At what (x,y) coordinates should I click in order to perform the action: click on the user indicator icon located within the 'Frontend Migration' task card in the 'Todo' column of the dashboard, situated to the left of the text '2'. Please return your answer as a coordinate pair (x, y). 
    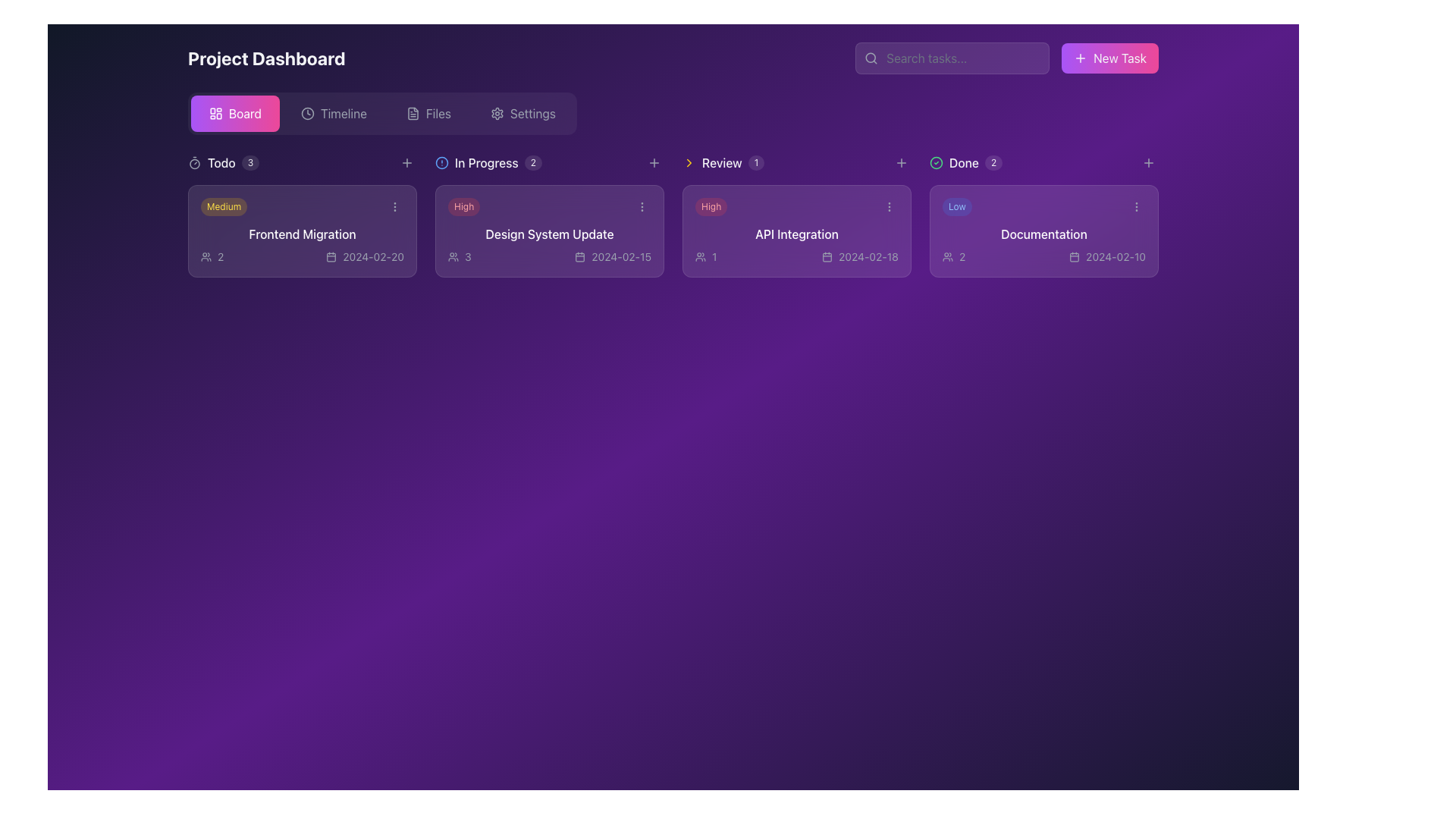
    Looking at the image, I should click on (206, 256).